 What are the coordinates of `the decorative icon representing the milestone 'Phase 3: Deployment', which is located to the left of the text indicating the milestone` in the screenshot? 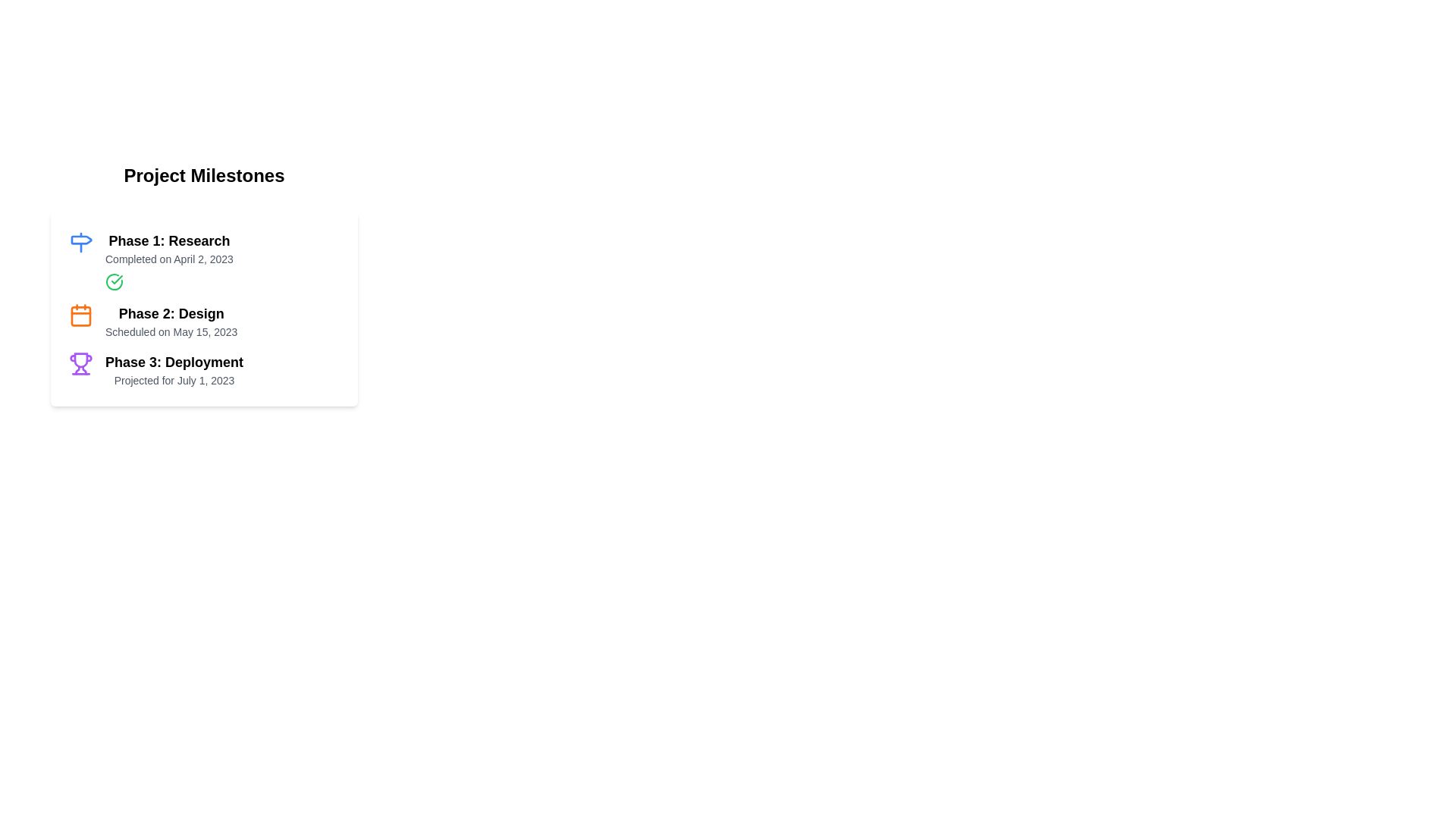 It's located at (80, 363).